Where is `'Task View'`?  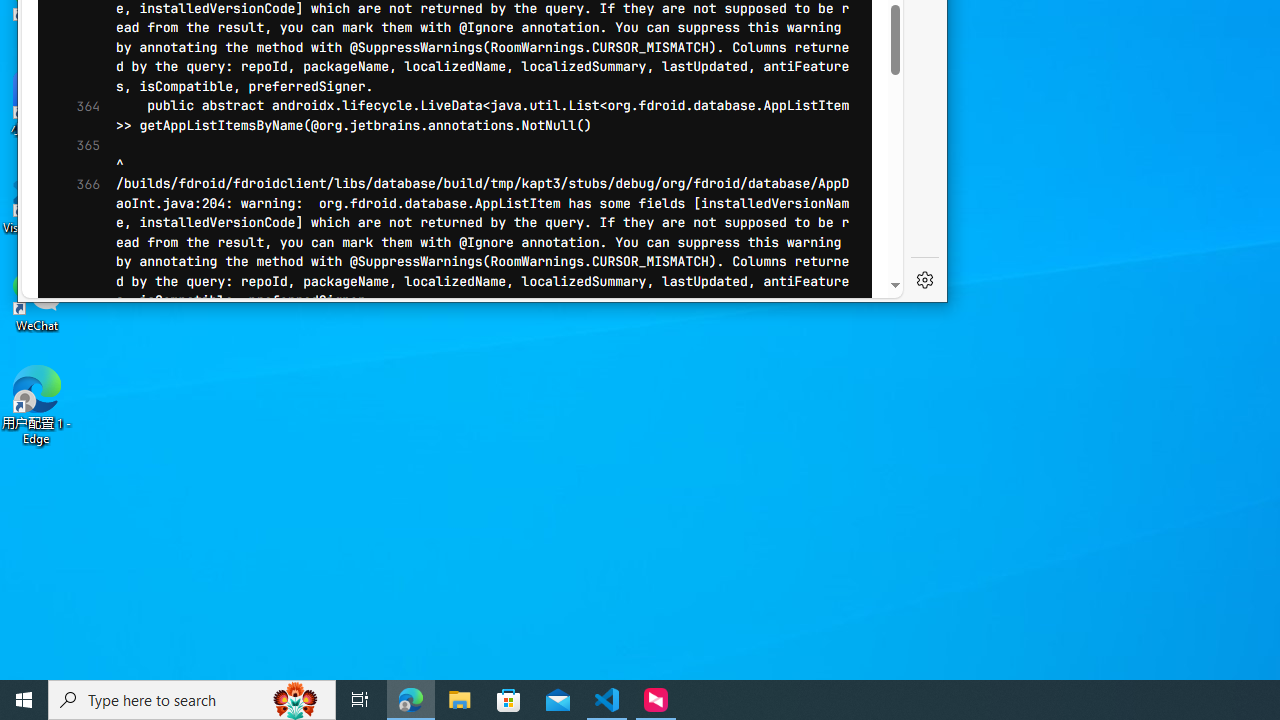 'Task View' is located at coordinates (359, 698).